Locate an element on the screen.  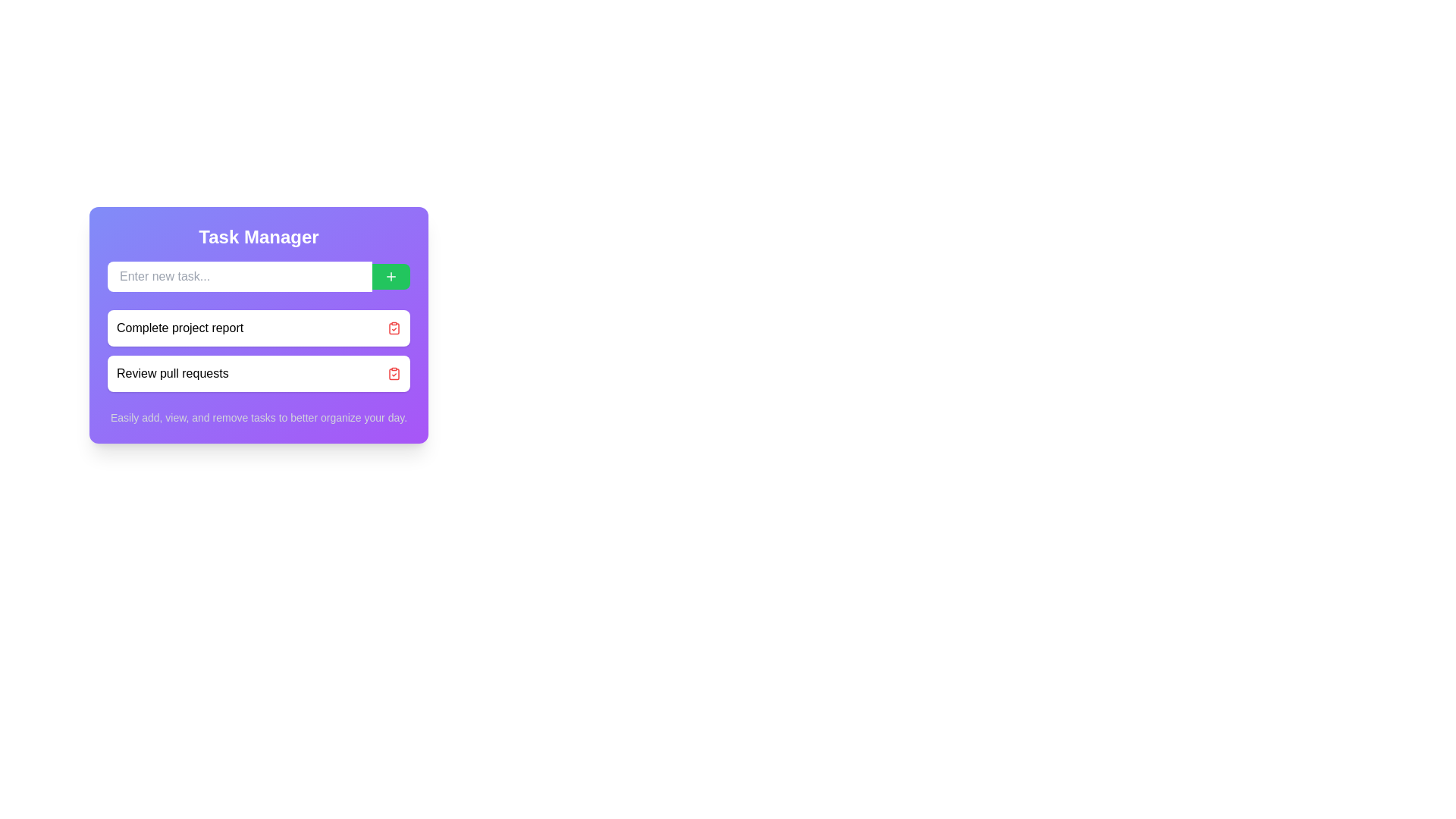
the delete icon adjacent to the bold text tasks in the actionable items list is located at coordinates (259, 350).